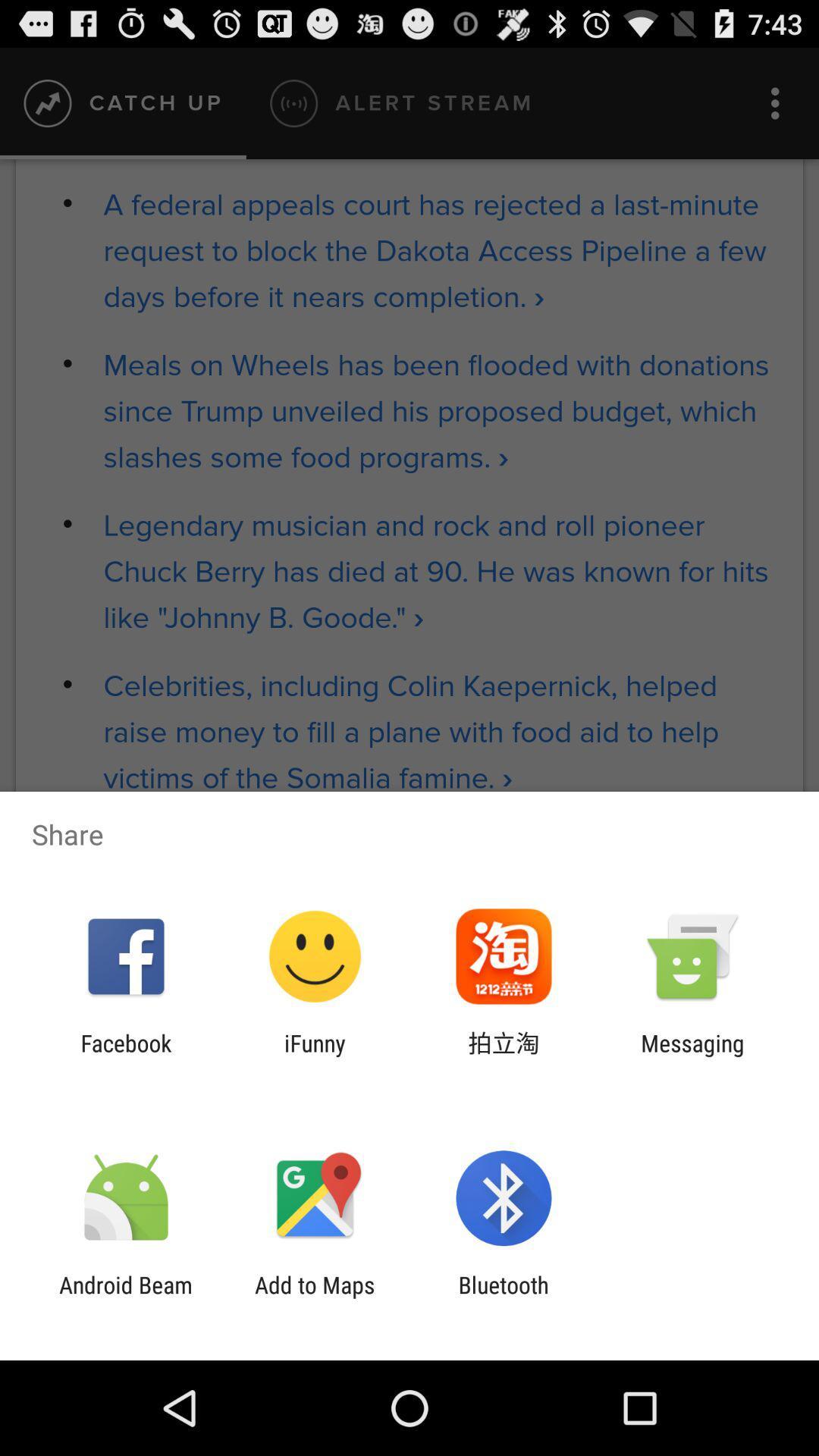  I want to click on icon to the left of the bluetooth app, so click(314, 1298).